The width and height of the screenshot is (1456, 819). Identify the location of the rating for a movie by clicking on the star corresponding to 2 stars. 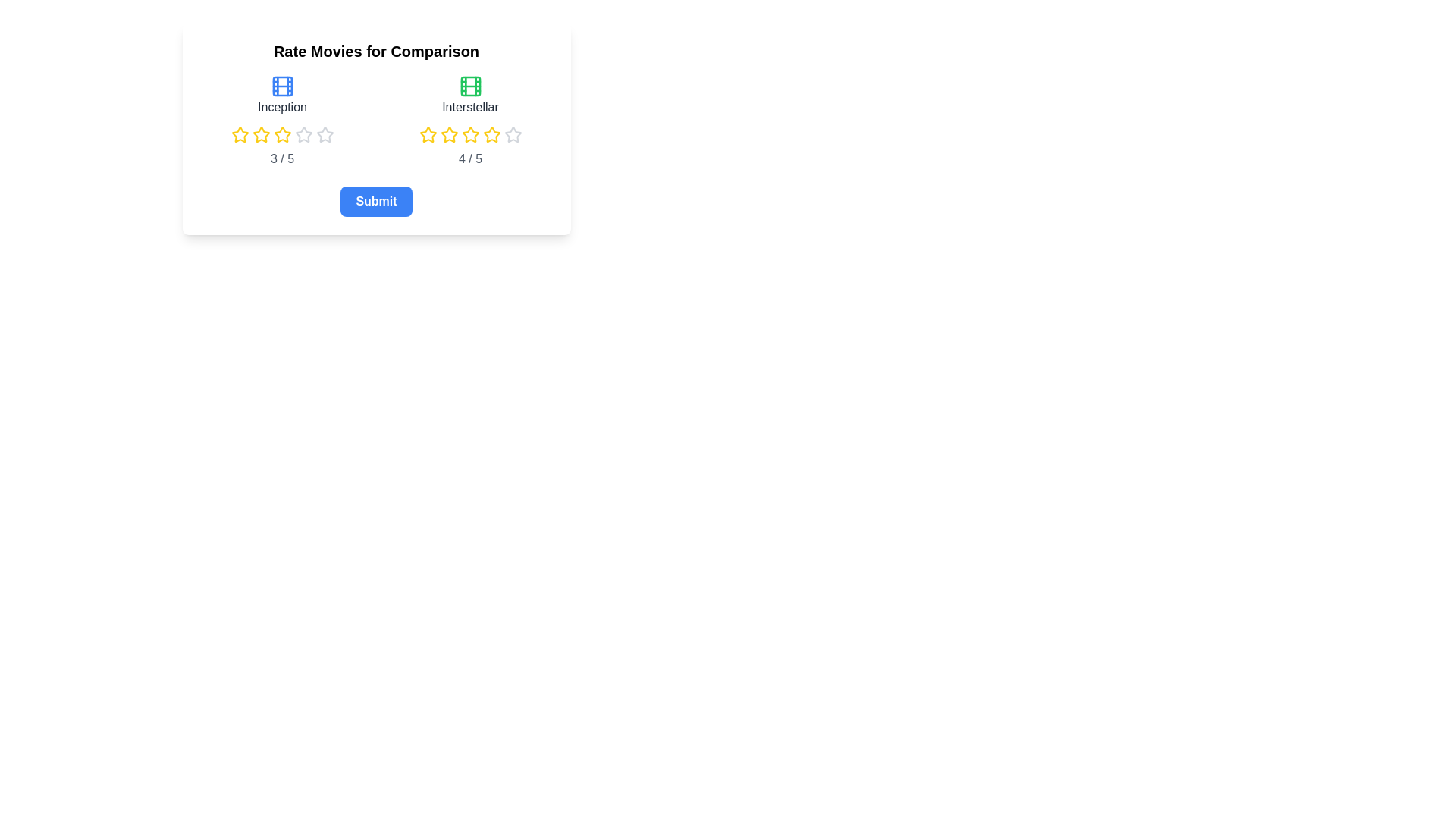
(252, 133).